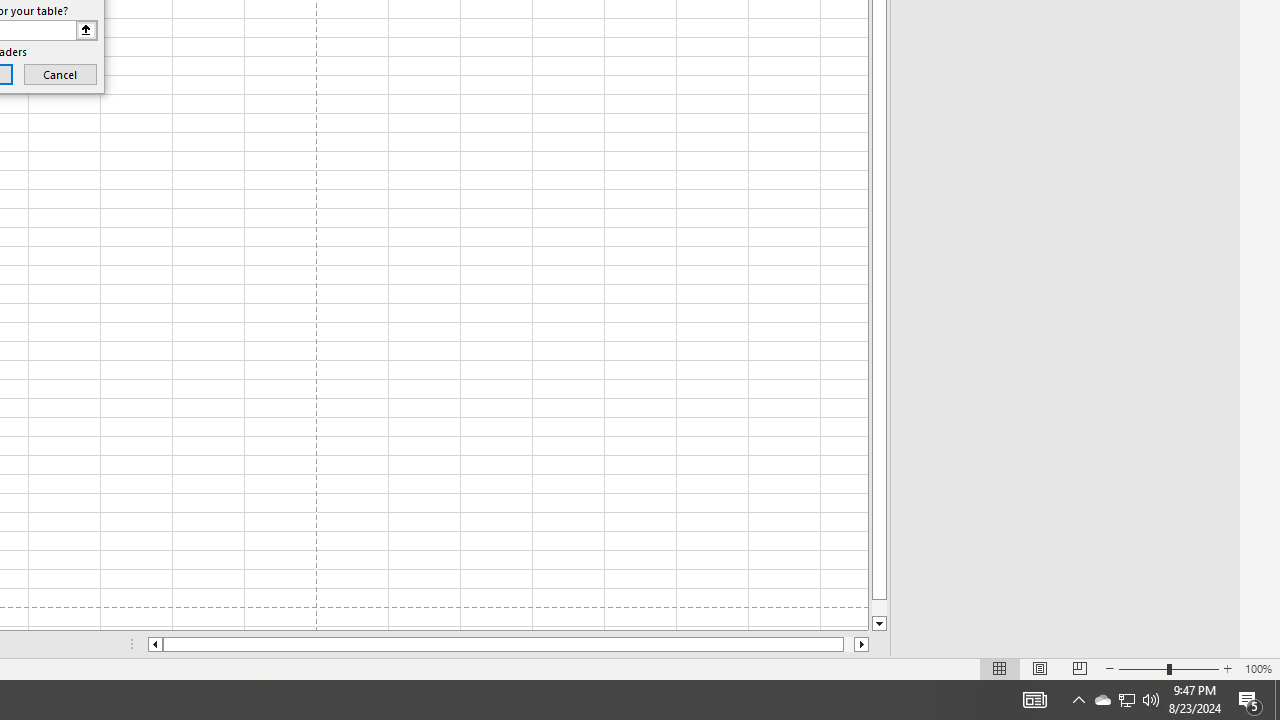 The image size is (1280, 720). Describe the element at coordinates (879, 623) in the screenshot. I see `'Line down'` at that location.